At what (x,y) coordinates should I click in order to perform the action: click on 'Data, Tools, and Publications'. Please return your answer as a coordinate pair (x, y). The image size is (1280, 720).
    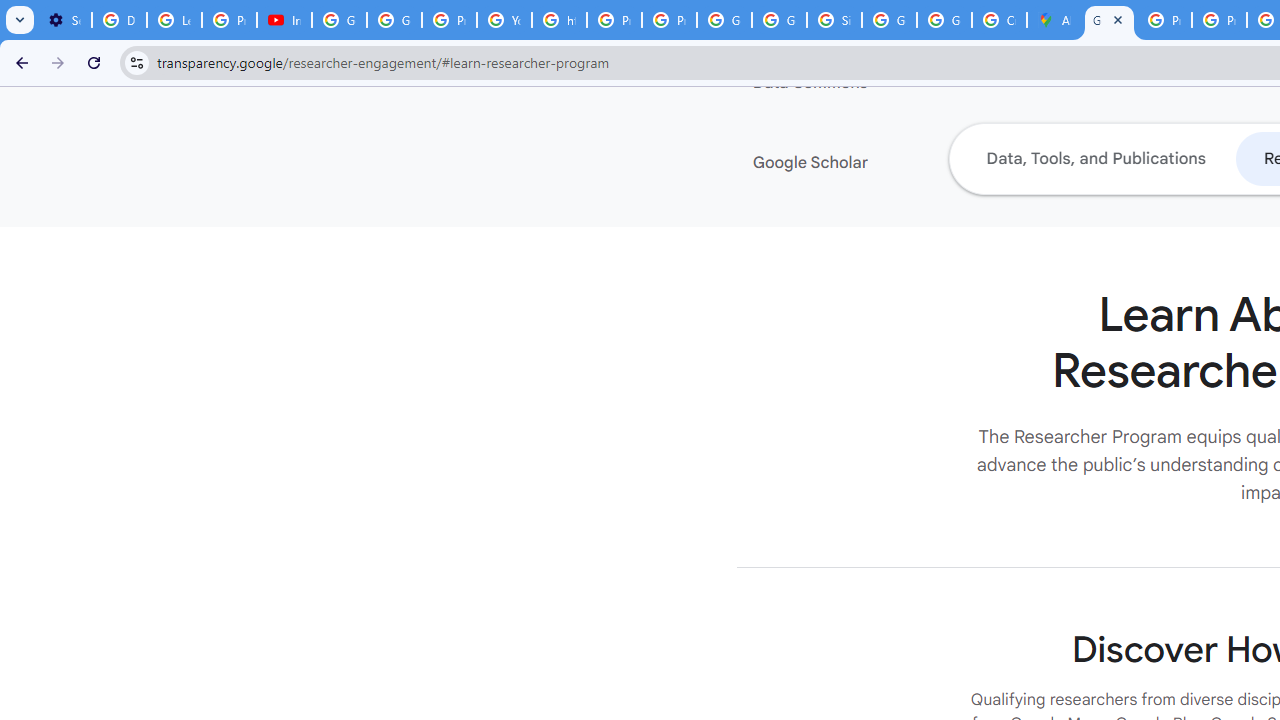
    Looking at the image, I should click on (1094, 157).